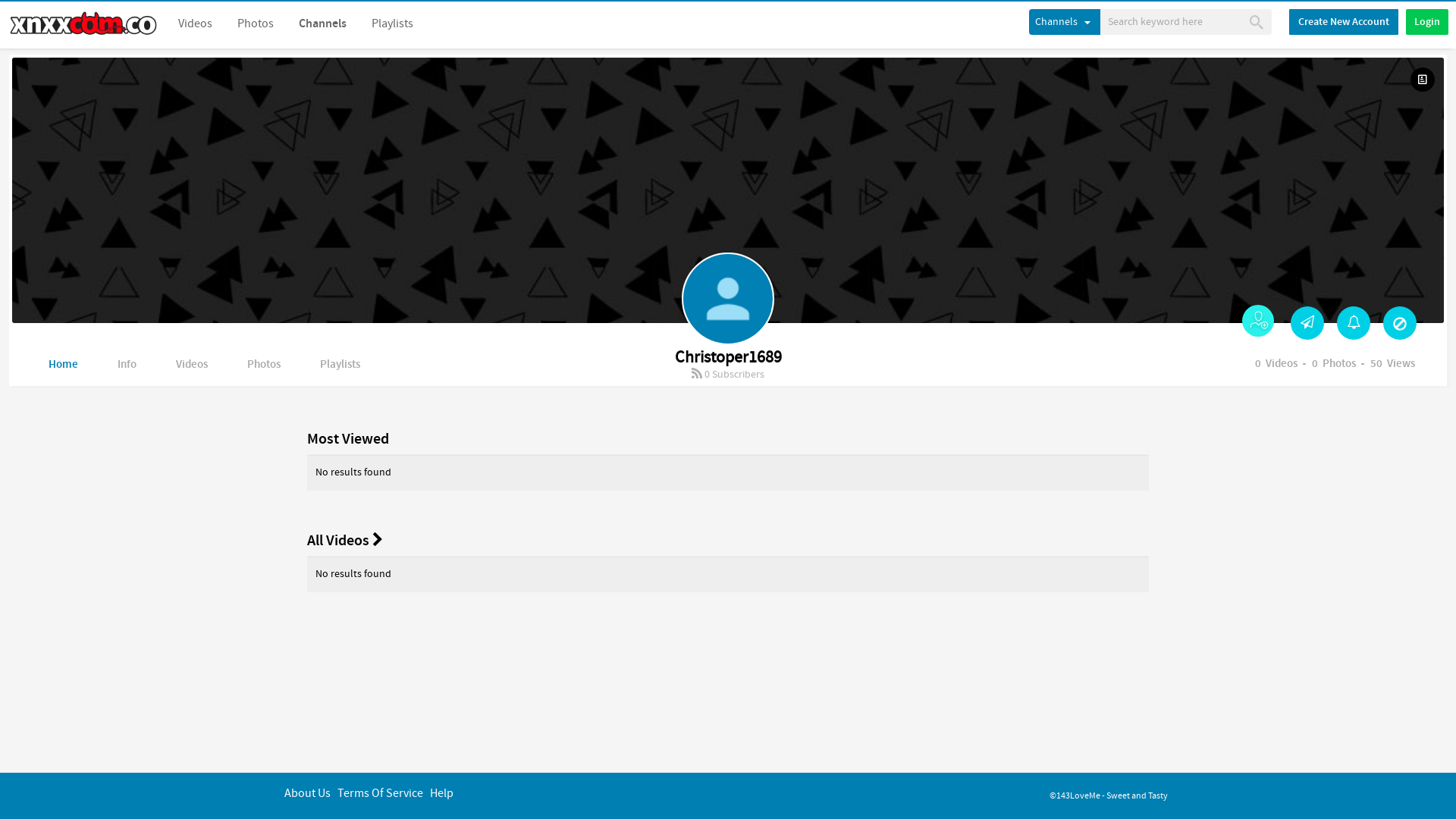  Describe the element at coordinates (62, 365) in the screenshot. I see `'Home'` at that location.